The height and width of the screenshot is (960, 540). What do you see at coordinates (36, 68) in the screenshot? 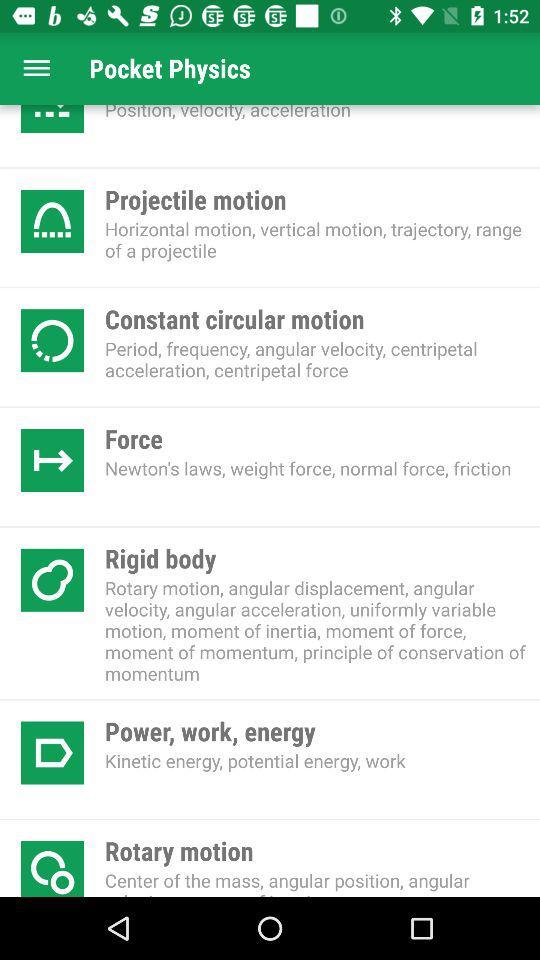
I see `the menu icon` at bounding box center [36, 68].